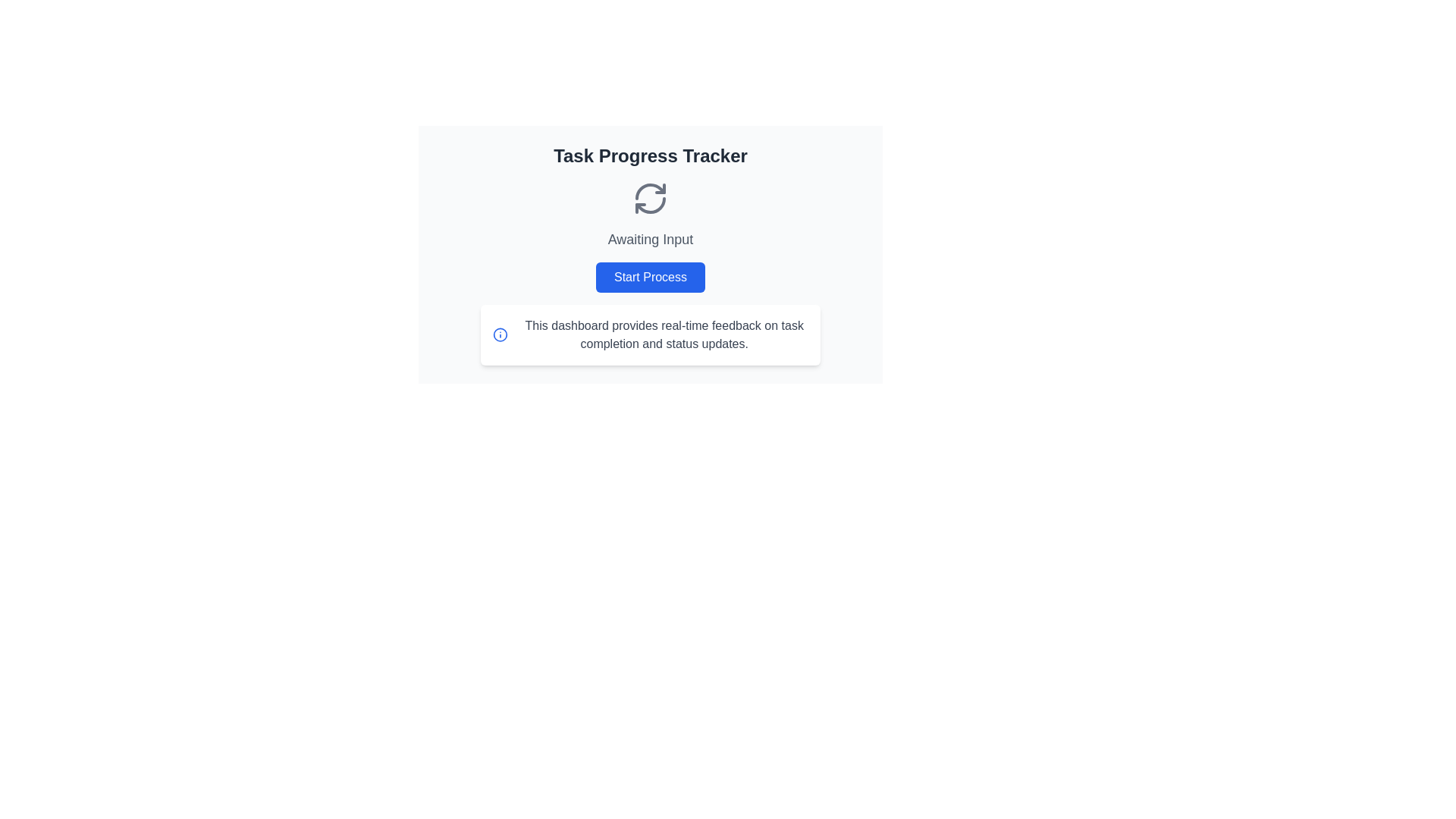  What do you see at coordinates (651, 239) in the screenshot?
I see `the text label that says 'Awaiting Input', which is displayed in a medium-large font size with a medium-gray color, located below the 'Task Progress Tracker' header and above the 'Start Process' button` at bounding box center [651, 239].